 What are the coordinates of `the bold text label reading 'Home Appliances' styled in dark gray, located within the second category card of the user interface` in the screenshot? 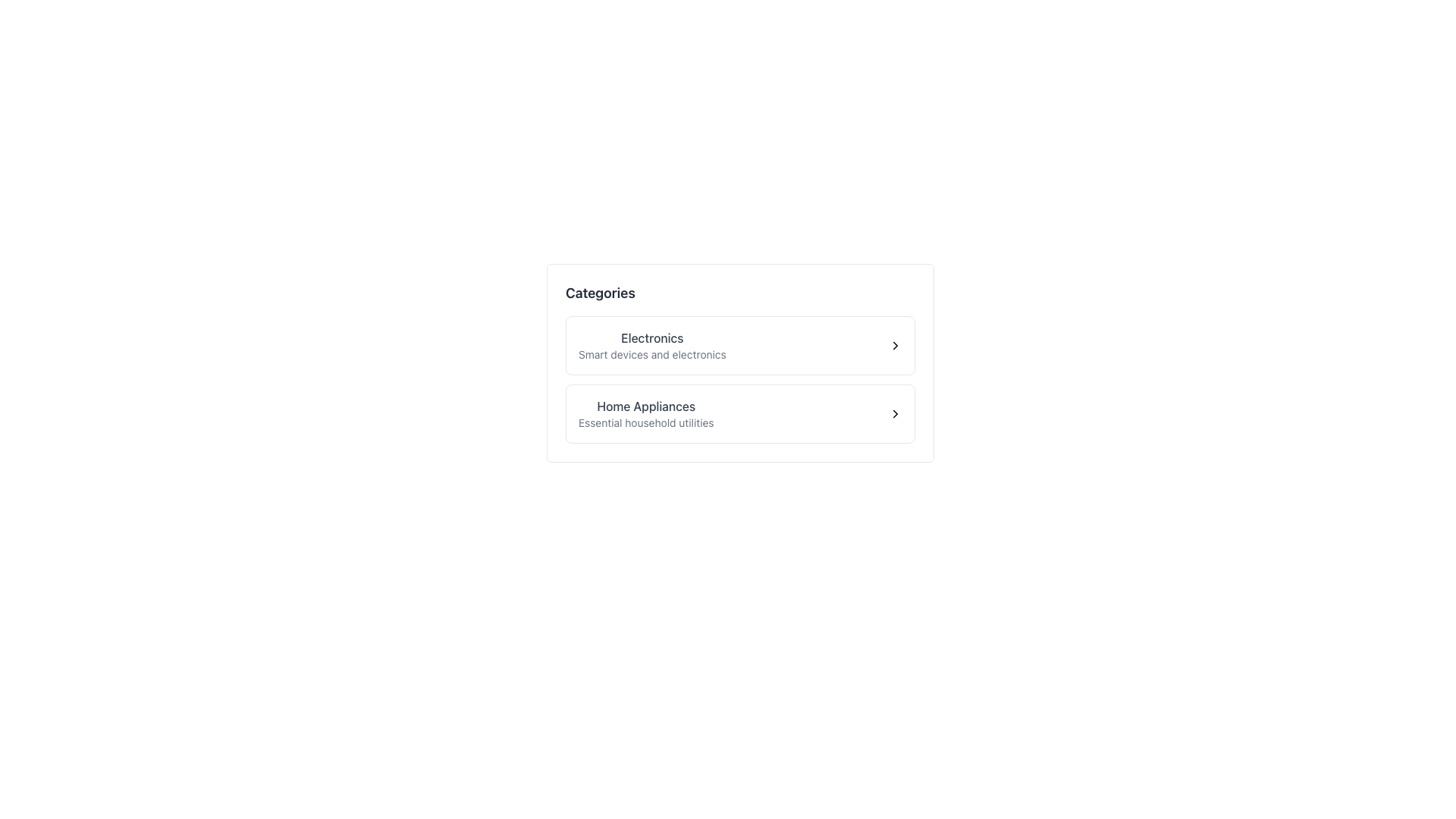 It's located at (646, 406).